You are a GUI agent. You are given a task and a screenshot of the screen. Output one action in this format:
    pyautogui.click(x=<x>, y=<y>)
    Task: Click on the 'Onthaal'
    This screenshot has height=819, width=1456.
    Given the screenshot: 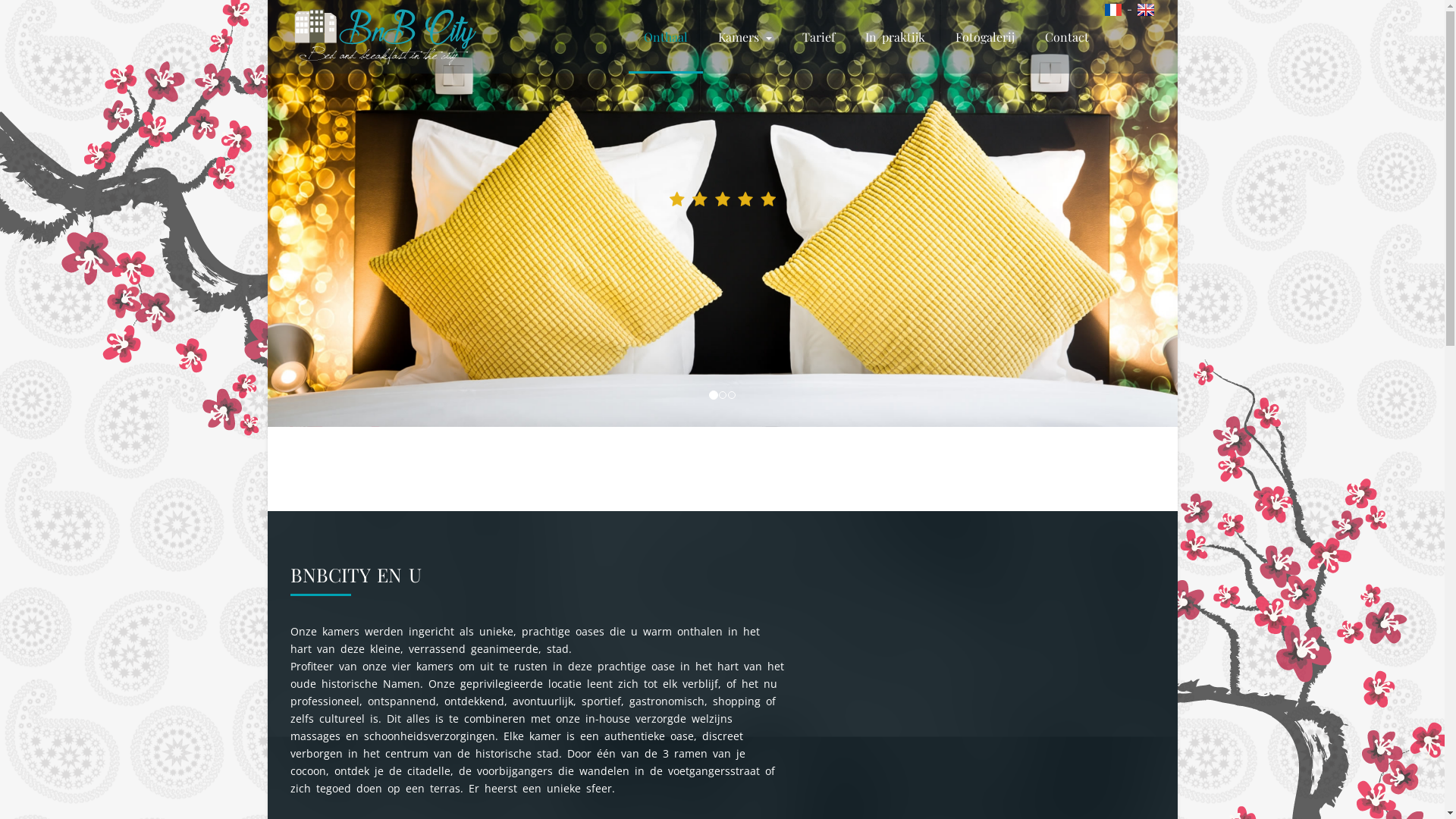 What is the action you would take?
    pyautogui.click(x=628, y=36)
    